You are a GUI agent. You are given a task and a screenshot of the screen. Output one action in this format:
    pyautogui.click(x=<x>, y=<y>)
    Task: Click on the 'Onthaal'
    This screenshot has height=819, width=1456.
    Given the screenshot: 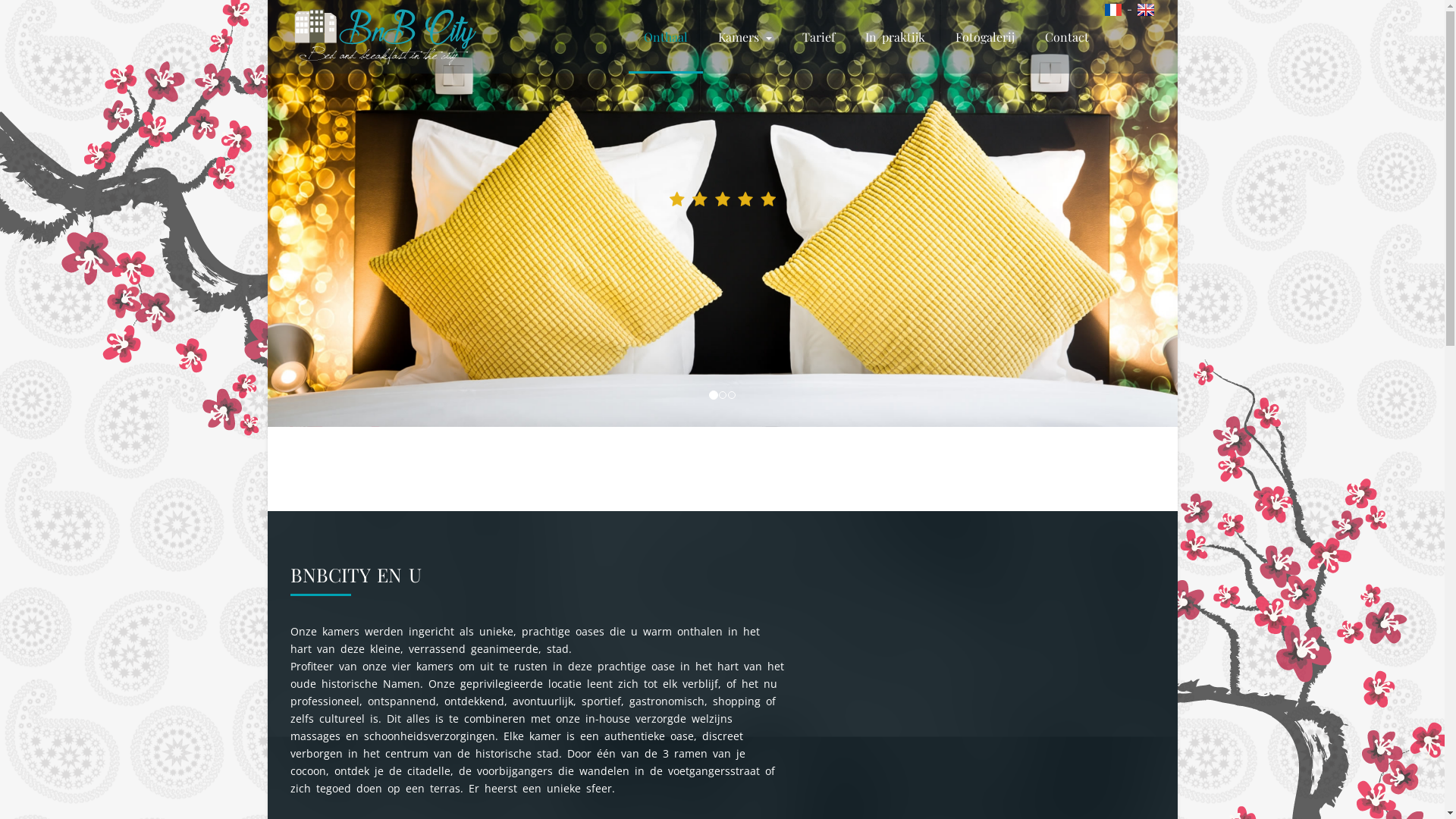 What is the action you would take?
    pyautogui.click(x=628, y=36)
    